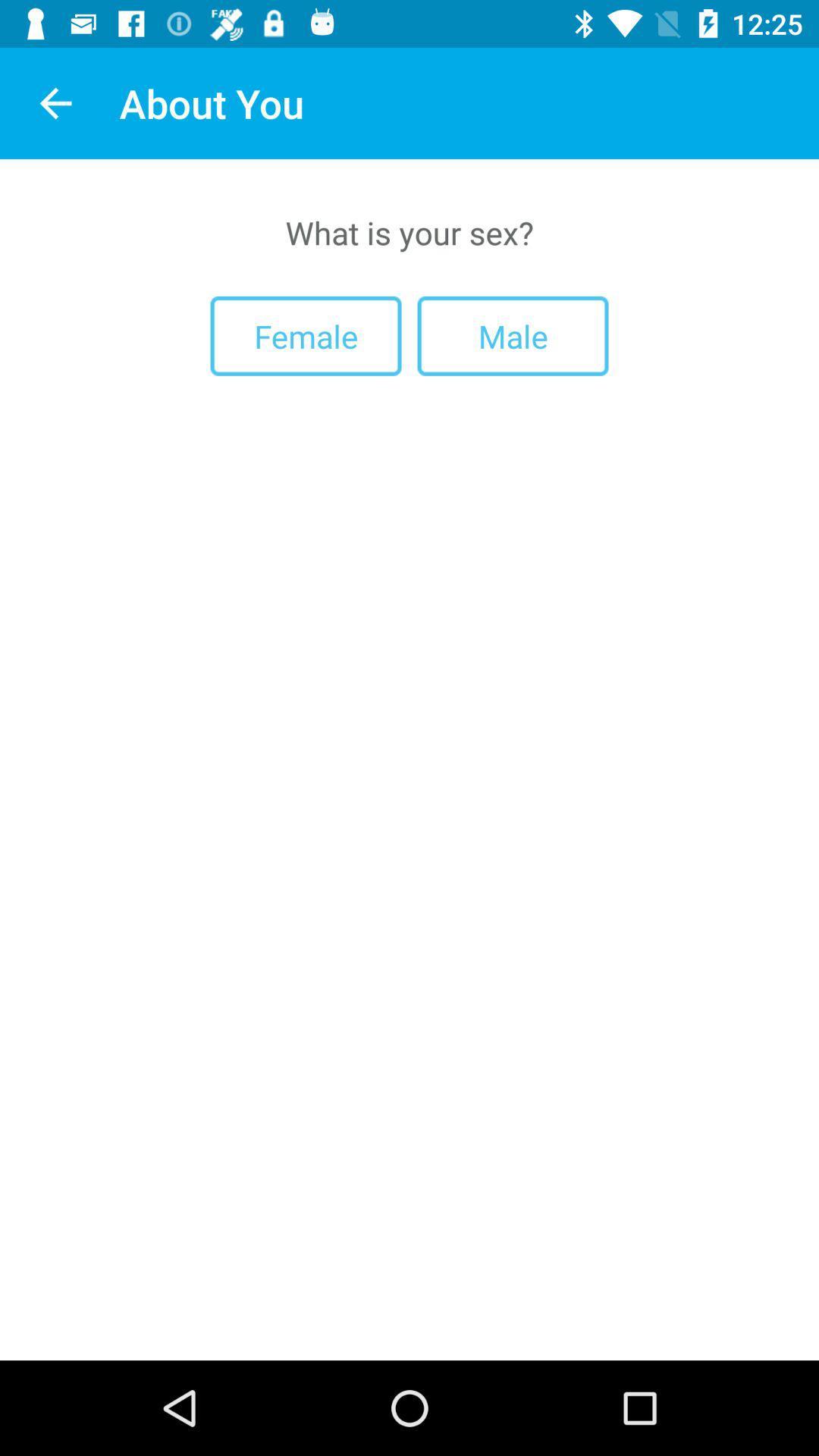 This screenshot has width=819, height=1456. Describe the element at coordinates (512, 335) in the screenshot. I see `the male` at that location.